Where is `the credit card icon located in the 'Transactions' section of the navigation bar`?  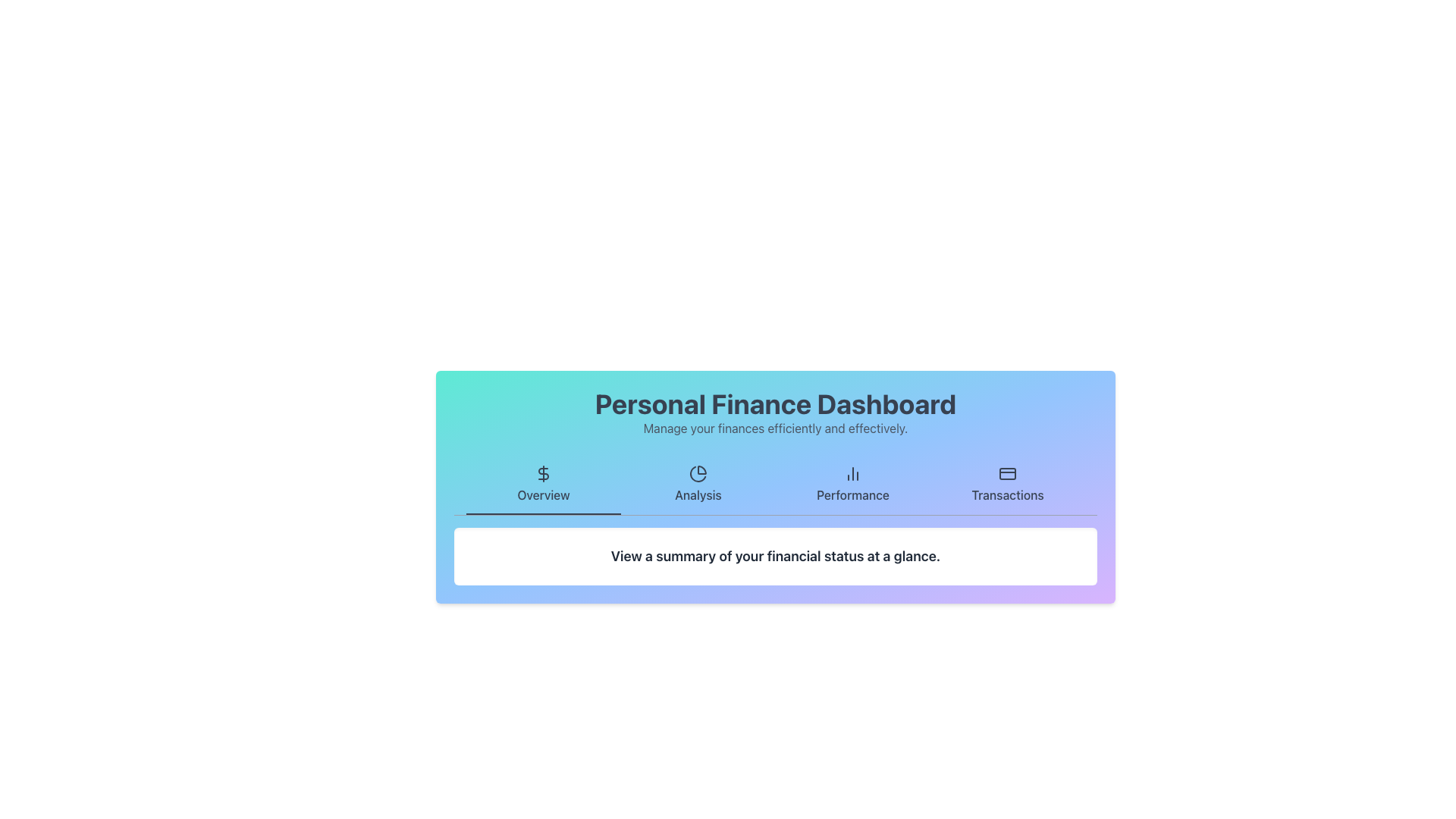 the credit card icon located in the 'Transactions' section of the navigation bar is located at coordinates (1008, 472).